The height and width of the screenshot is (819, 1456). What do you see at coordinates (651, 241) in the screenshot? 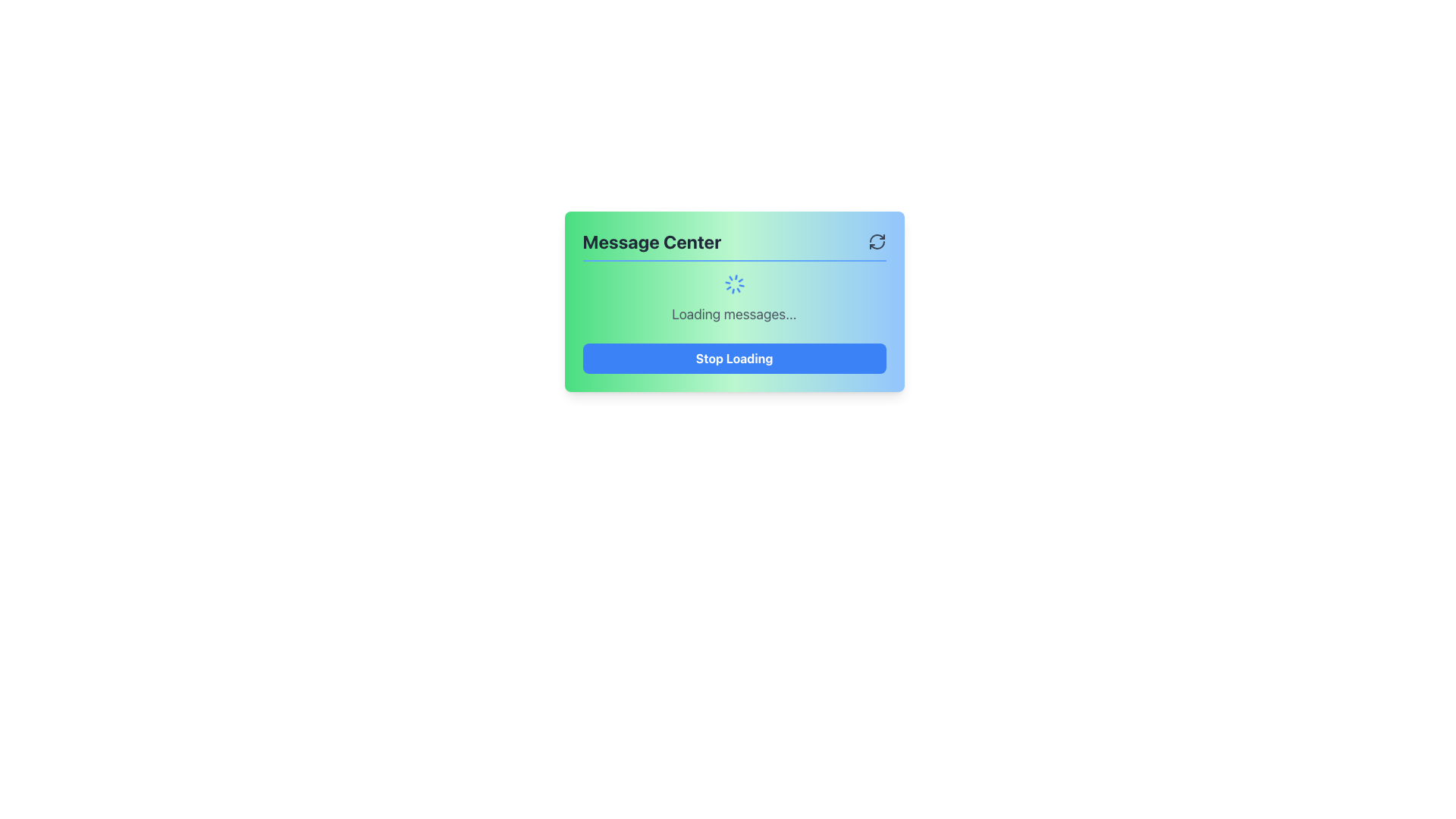
I see `the 'Message Center' static text header, which is a bold, large text in dark gray, positioned on the left side of the top bar with a green-to-blue gradient background` at bounding box center [651, 241].